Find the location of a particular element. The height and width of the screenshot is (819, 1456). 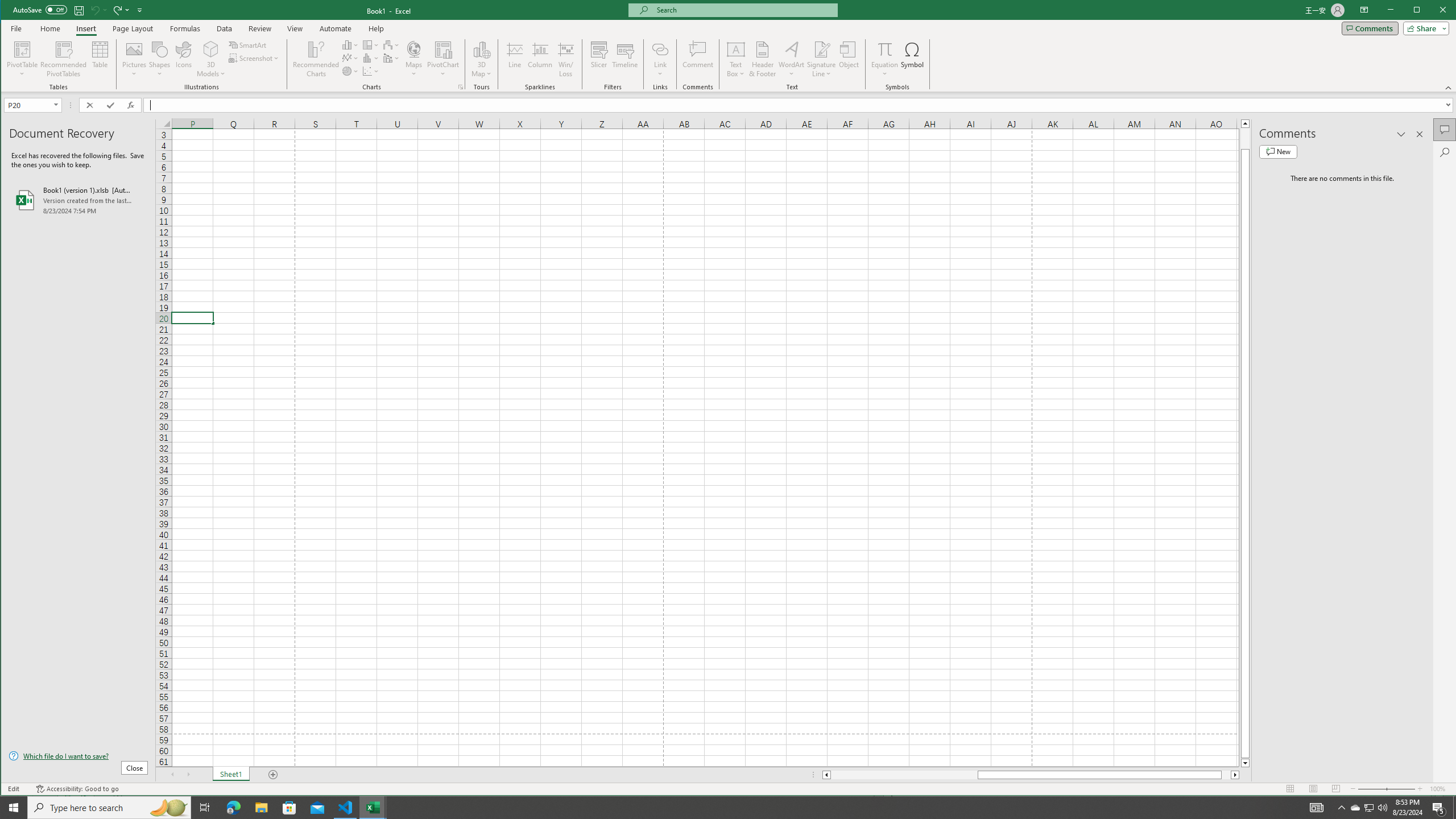

'Zoom In' is located at coordinates (1420, 788).